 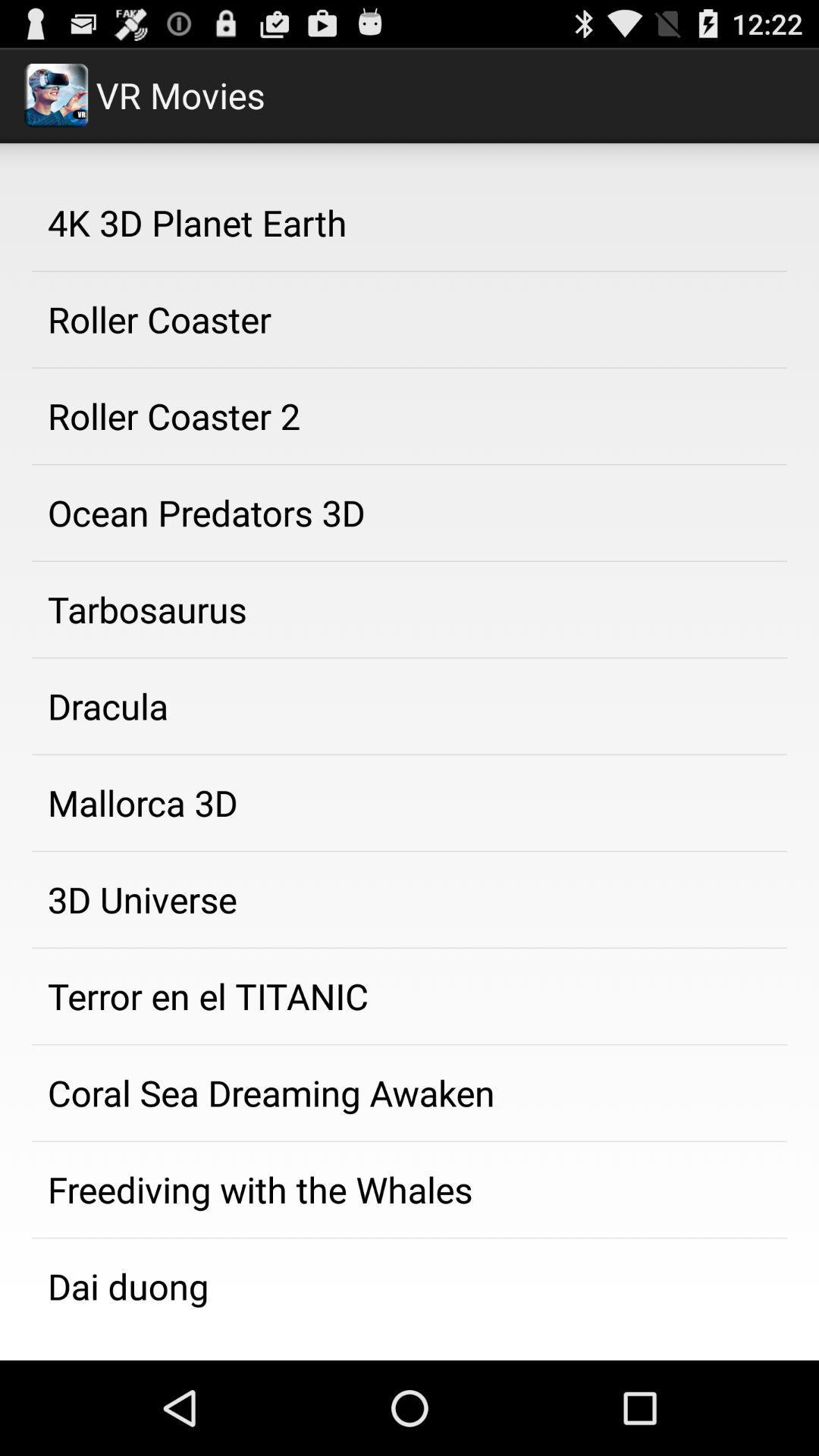 I want to click on the tarbosaurus app, so click(x=409, y=610).